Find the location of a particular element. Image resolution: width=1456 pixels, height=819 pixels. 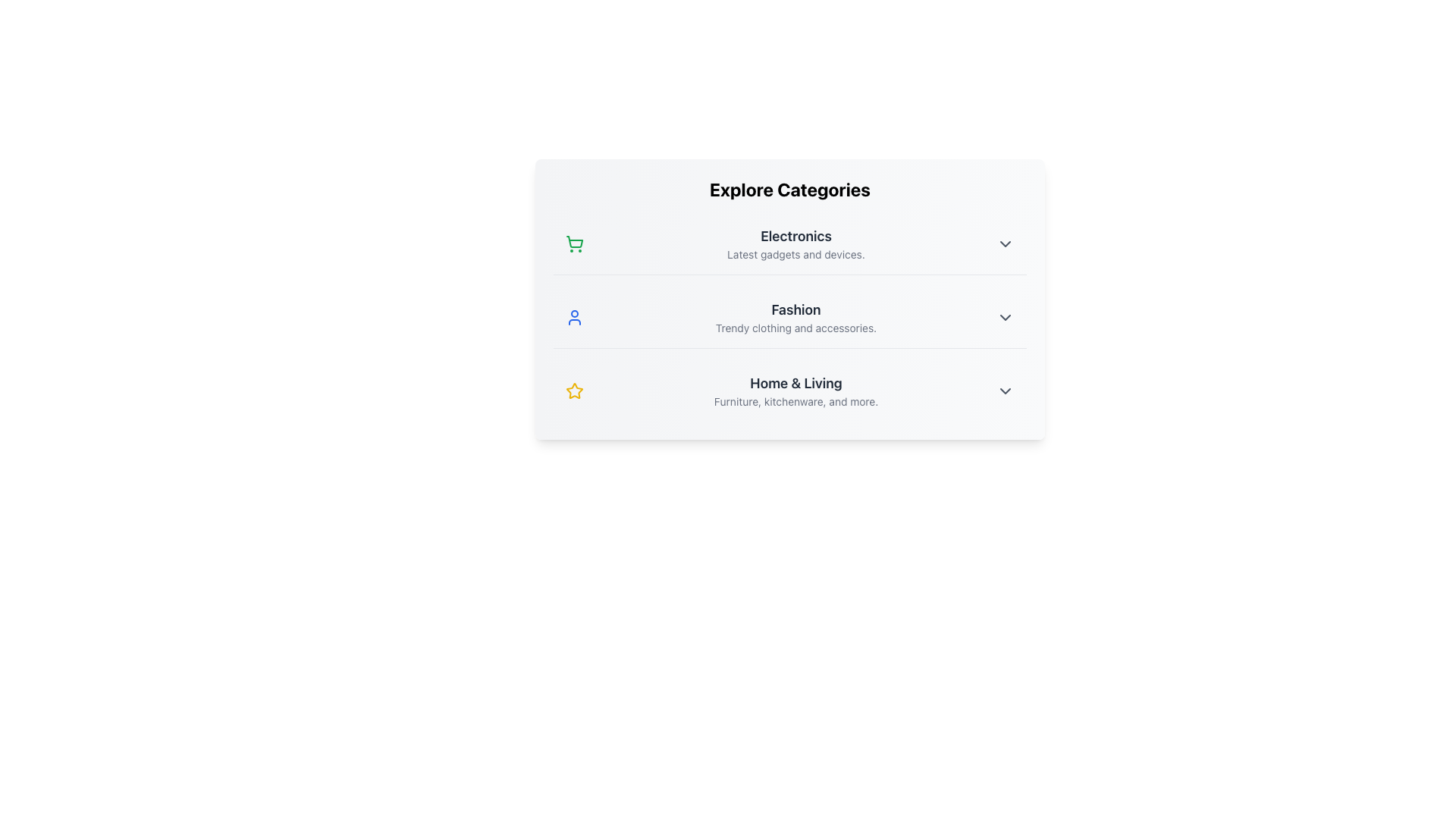

the 'Fashion' category label in the 'Explore Categories' section, which serves as a visual anchor for users browsing this category is located at coordinates (795, 309).